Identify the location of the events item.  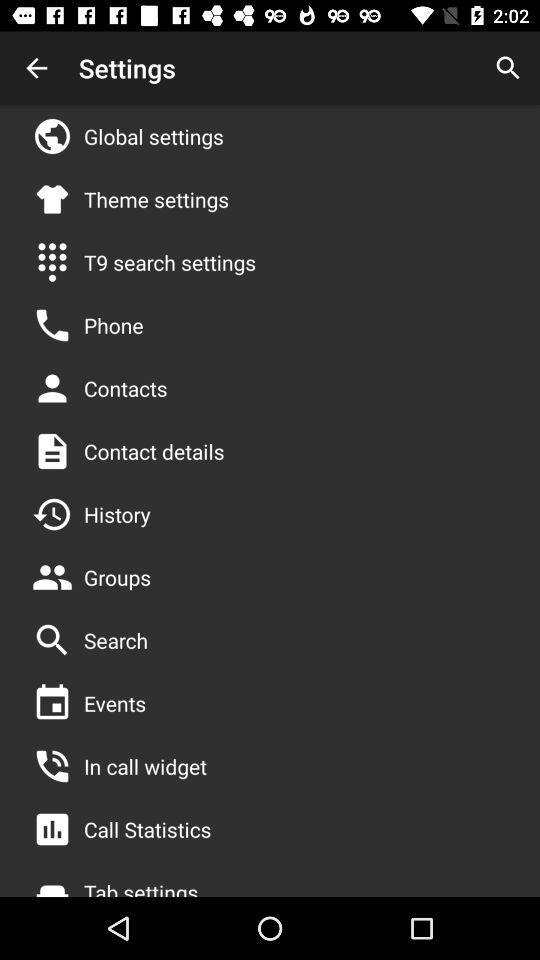
(115, 703).